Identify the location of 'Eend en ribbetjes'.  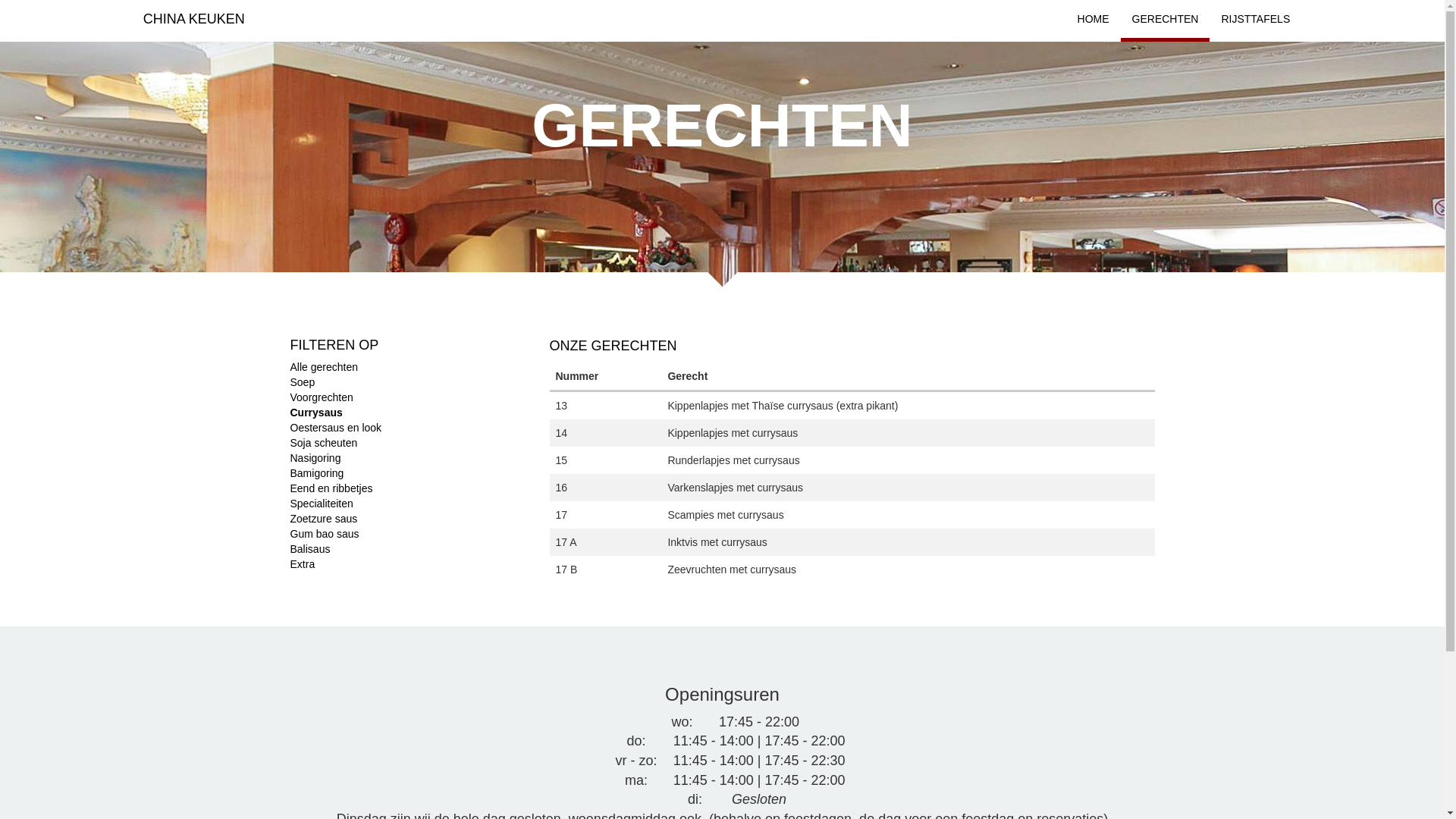
(330, 488).